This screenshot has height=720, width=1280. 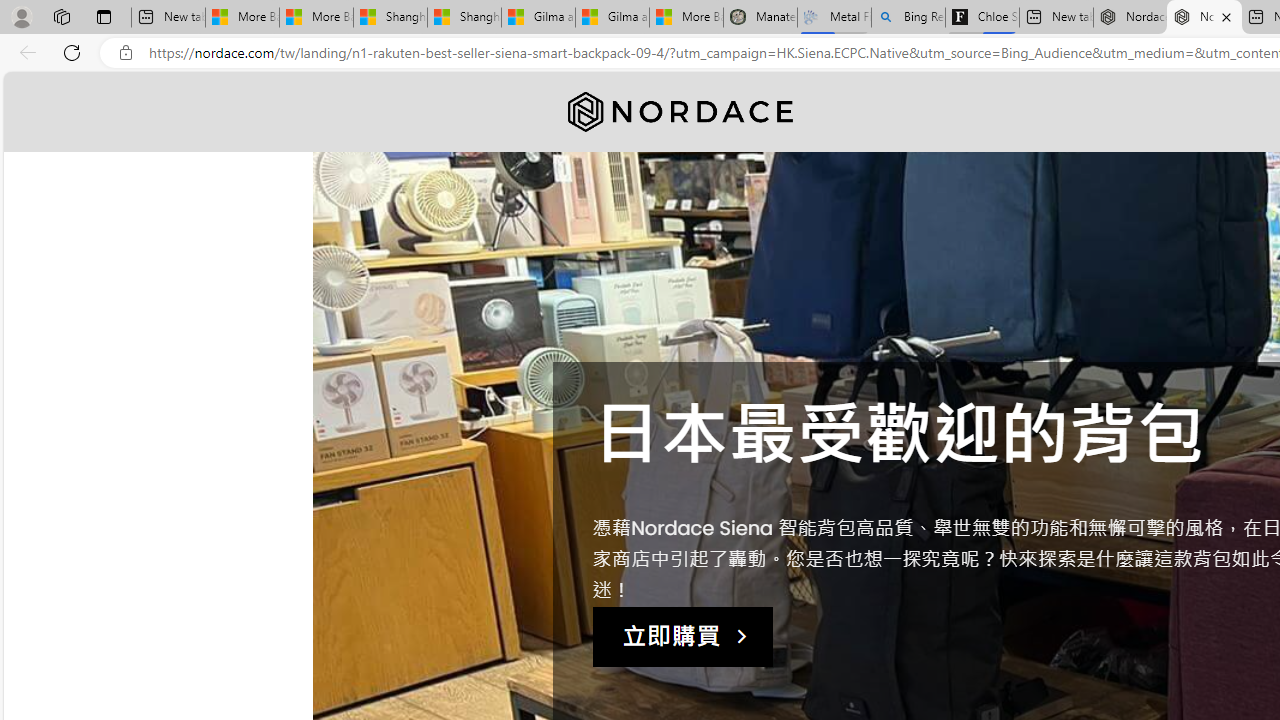 What do you see at coordinates (759, 17) in the screenshot?
I see `'Manatee Mortality Statistics | FWC'` at bounding box center [759, 17].